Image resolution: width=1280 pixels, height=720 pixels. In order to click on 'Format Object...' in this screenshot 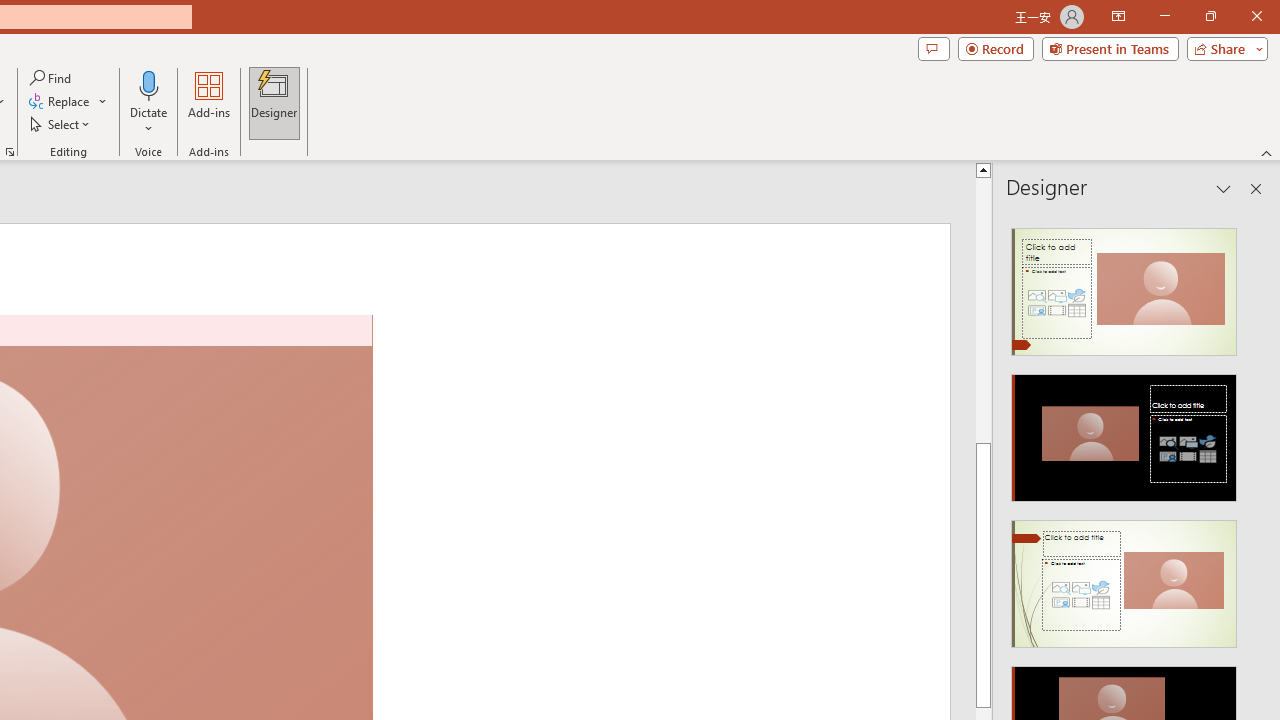, I will do `click(10, 150)`.